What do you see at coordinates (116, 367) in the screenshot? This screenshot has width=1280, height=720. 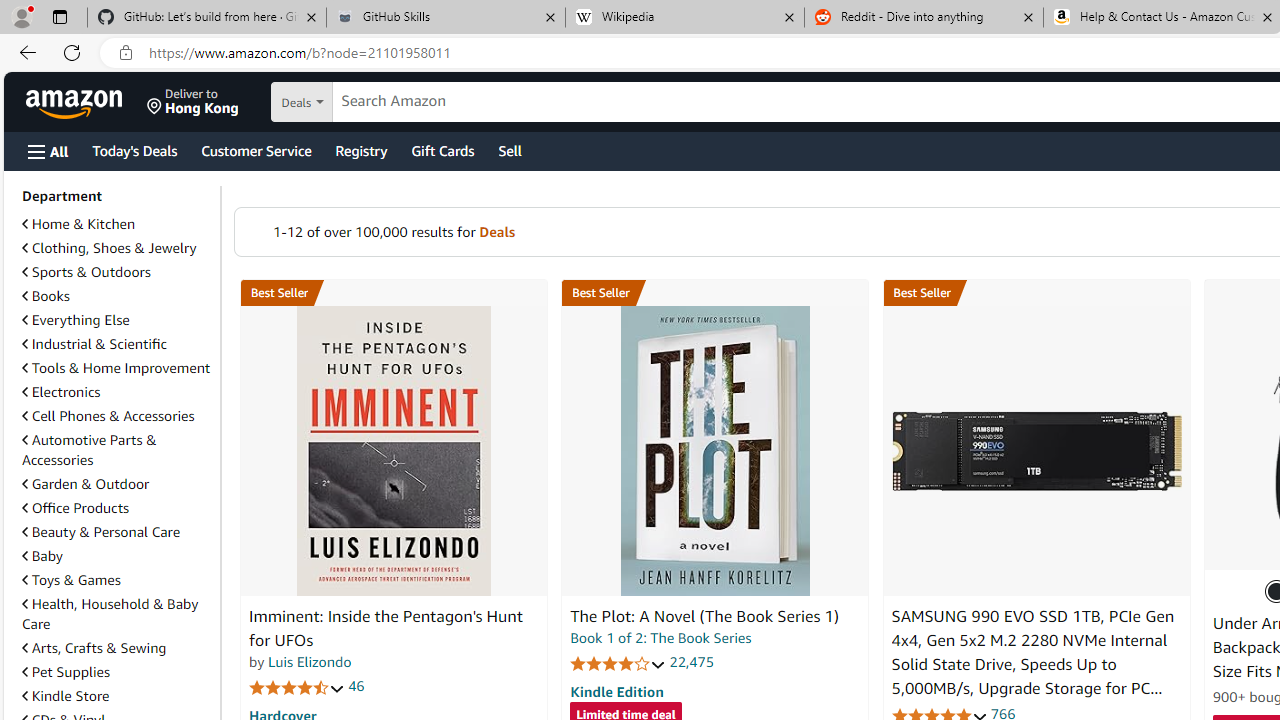 I see `'Tools & Home Improvement'` at bounding box center [116, 367].